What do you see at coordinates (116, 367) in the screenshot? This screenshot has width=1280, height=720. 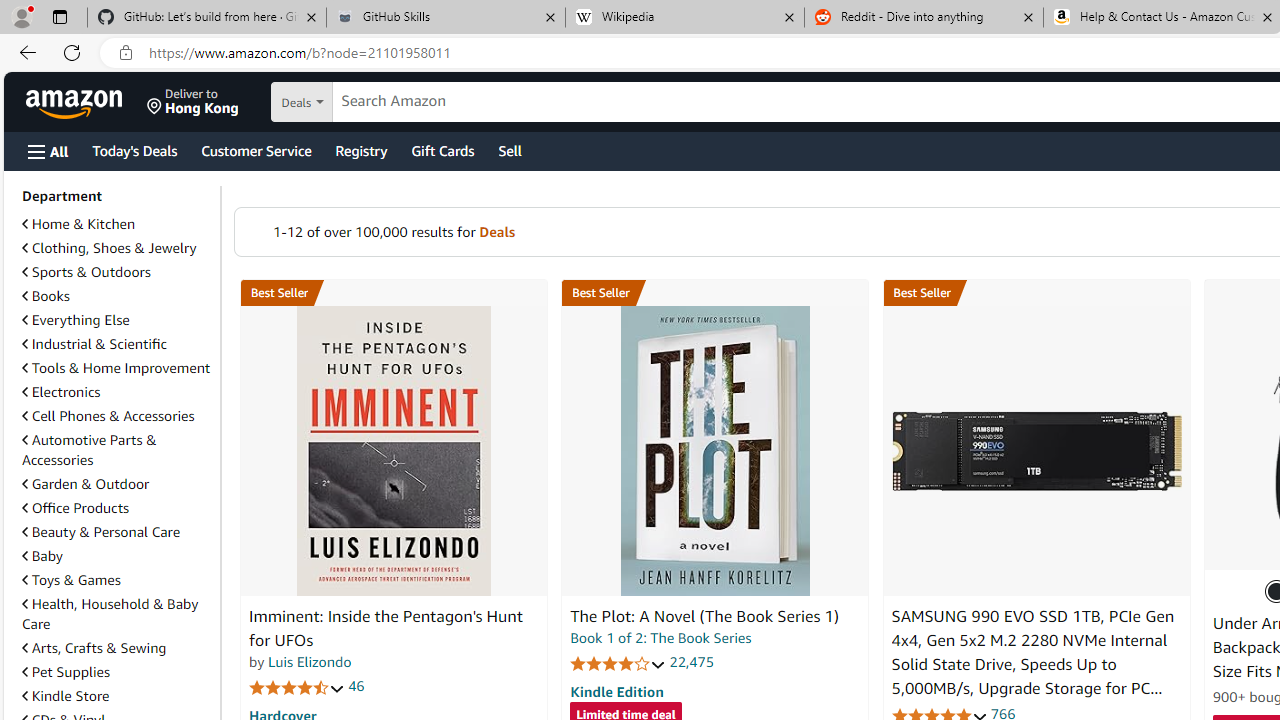 I see `'Tools & Home Improvement'` at bounding box center [116, 367].